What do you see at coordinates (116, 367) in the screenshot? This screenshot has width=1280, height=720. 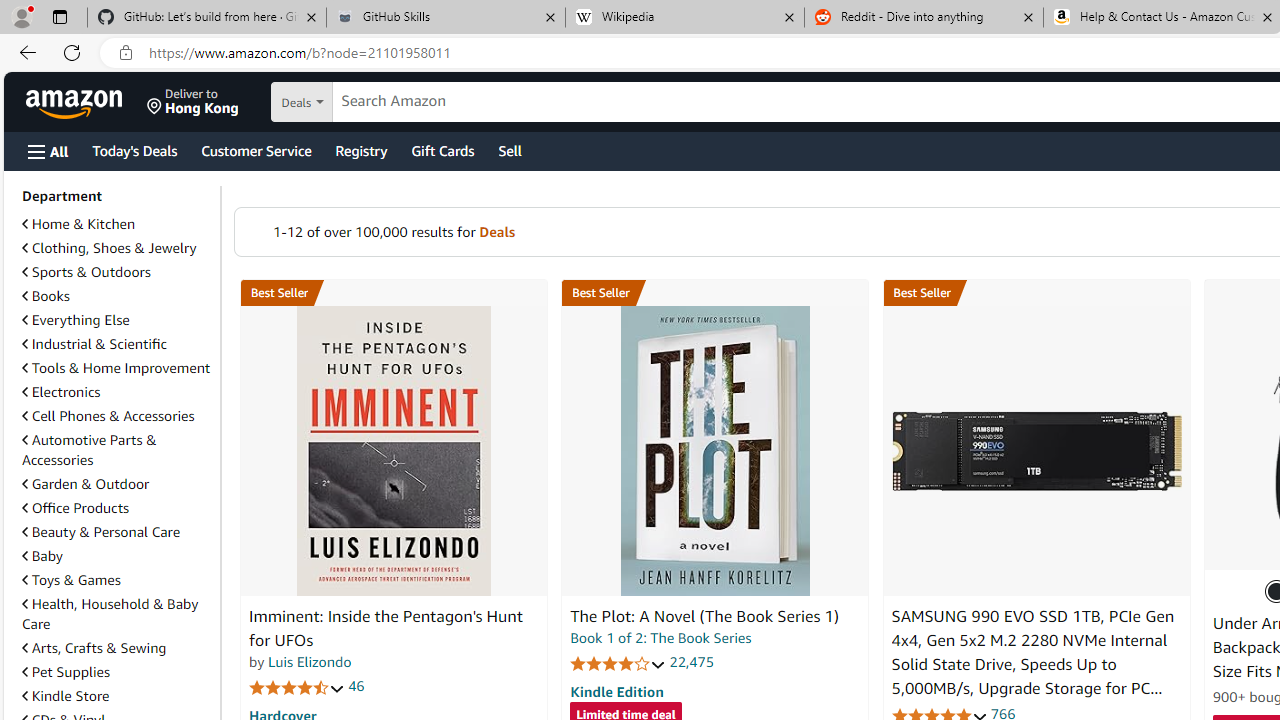 I see `'Tools & Home Improvement'` at bounding box center [116, 367].